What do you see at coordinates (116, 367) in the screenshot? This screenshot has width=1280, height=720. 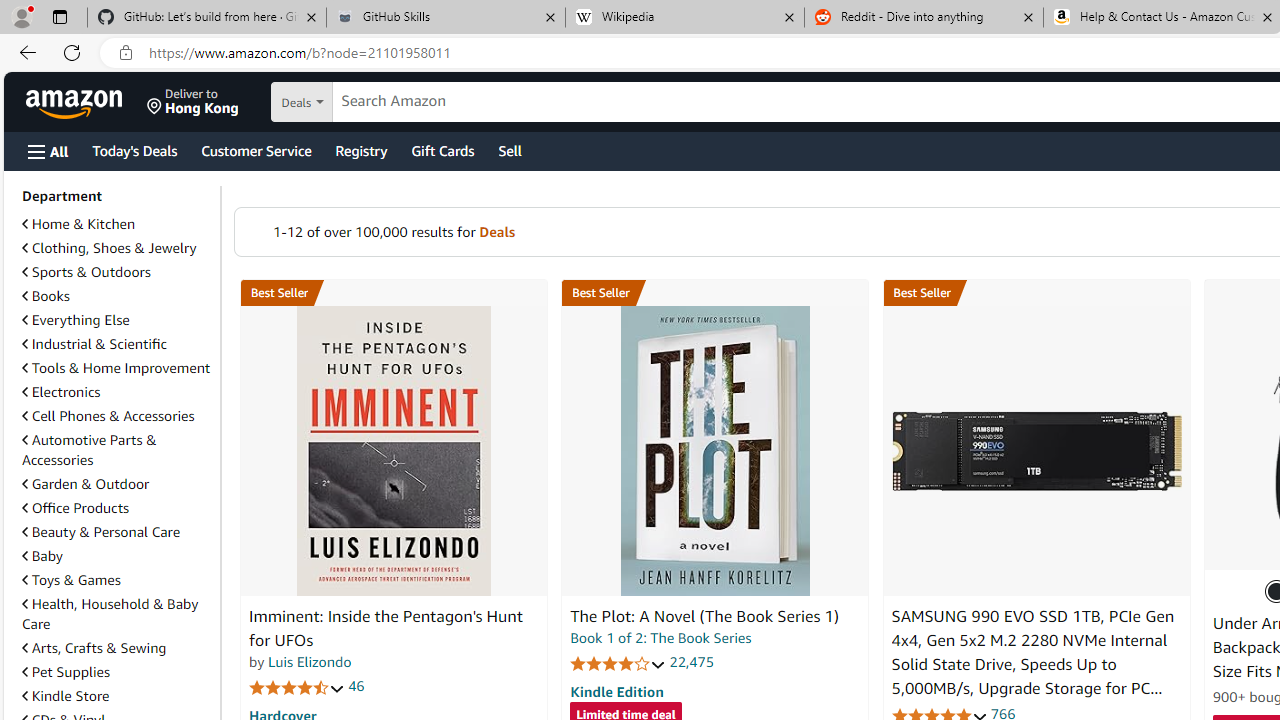 I see `'Tools & Home Improvement'` at bounding box center [116, 367].